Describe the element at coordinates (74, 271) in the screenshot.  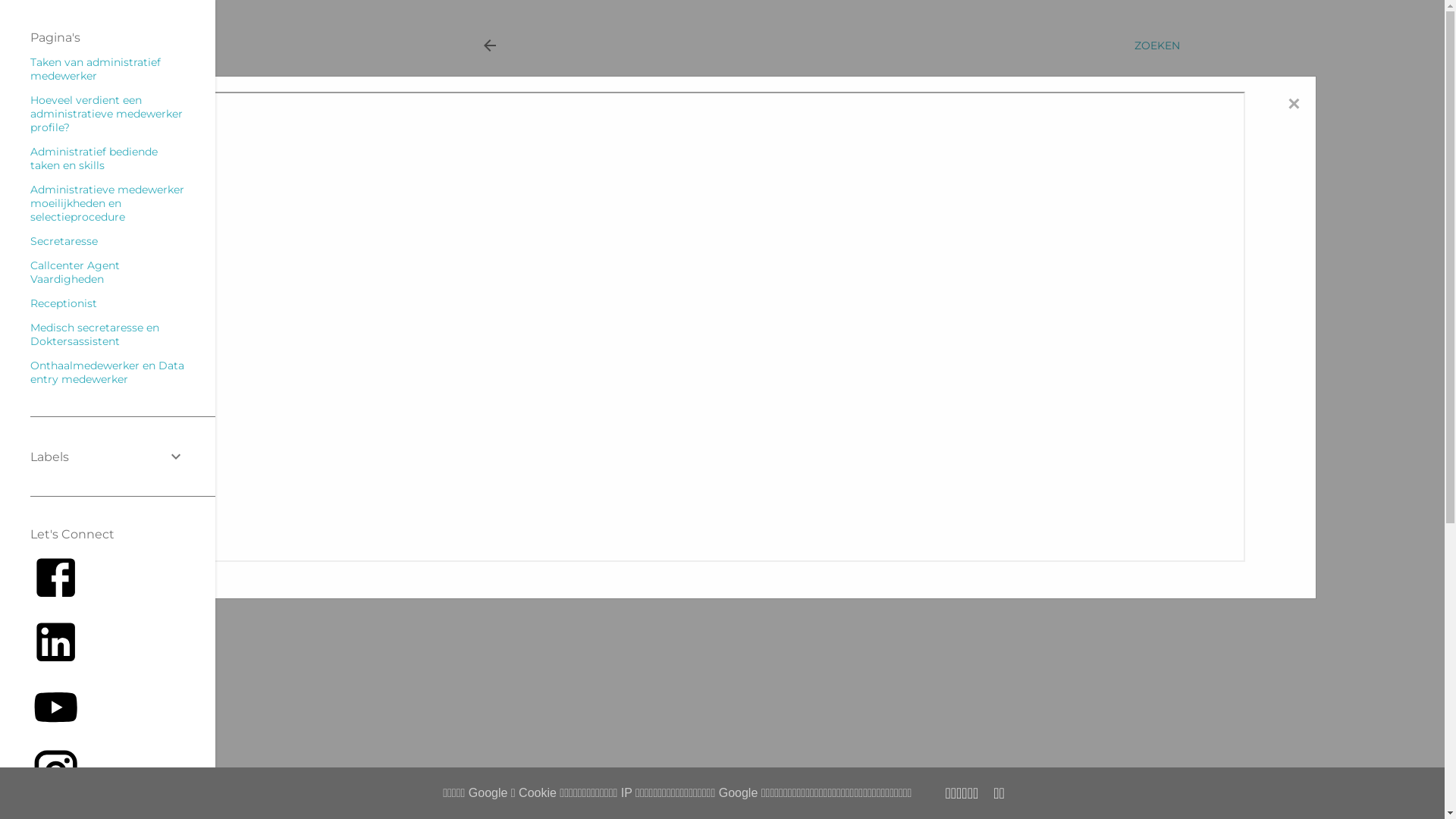
I see `'Callcenter Agent Vaardigheden'` at that location.